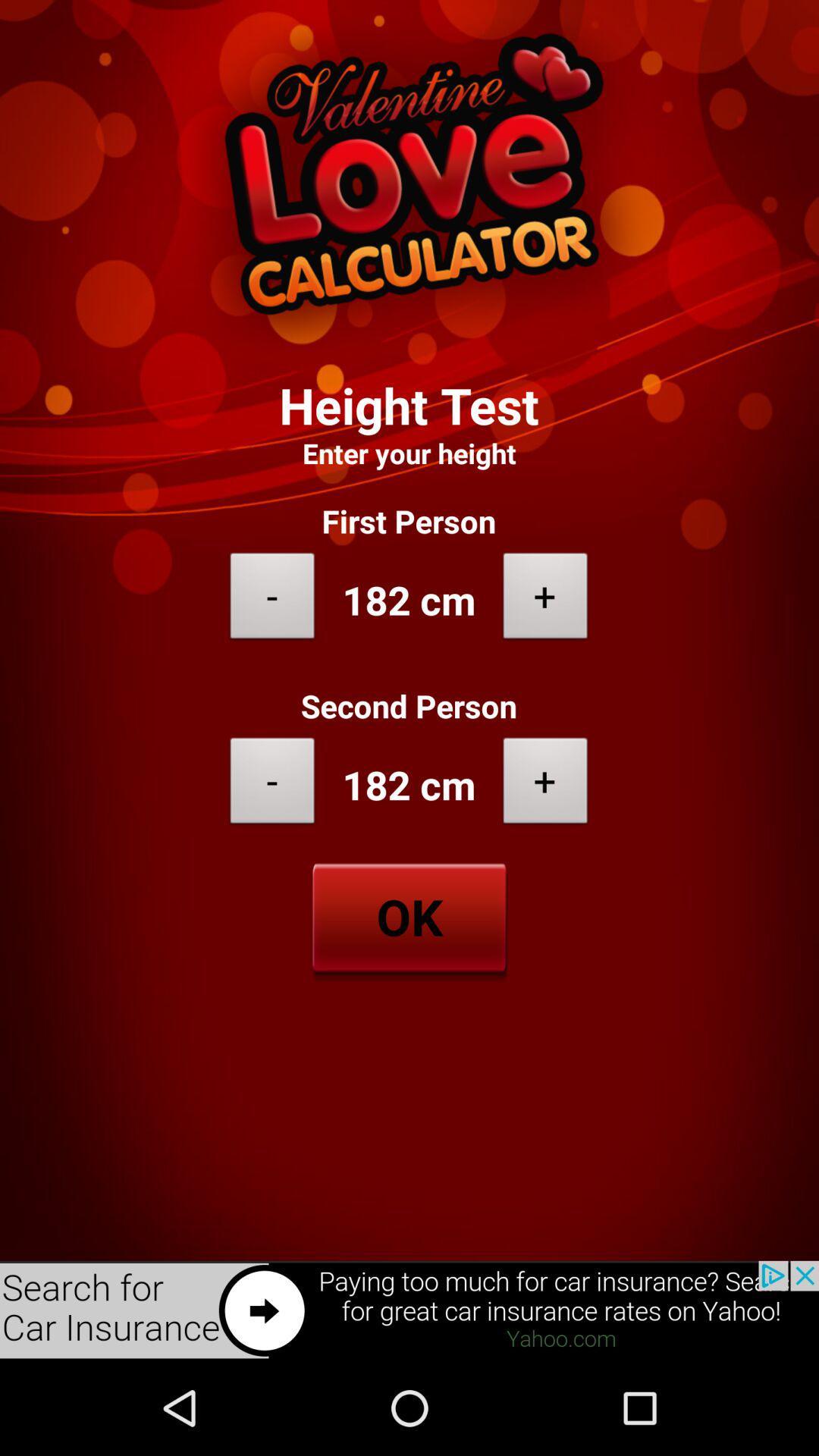 Image resolution: width=819 pixels, height=1456 pixels. What do you see at coordinates (409, 1310) in the screenshot?
I see `advertiser banner` at bounding box center [409, 1310].